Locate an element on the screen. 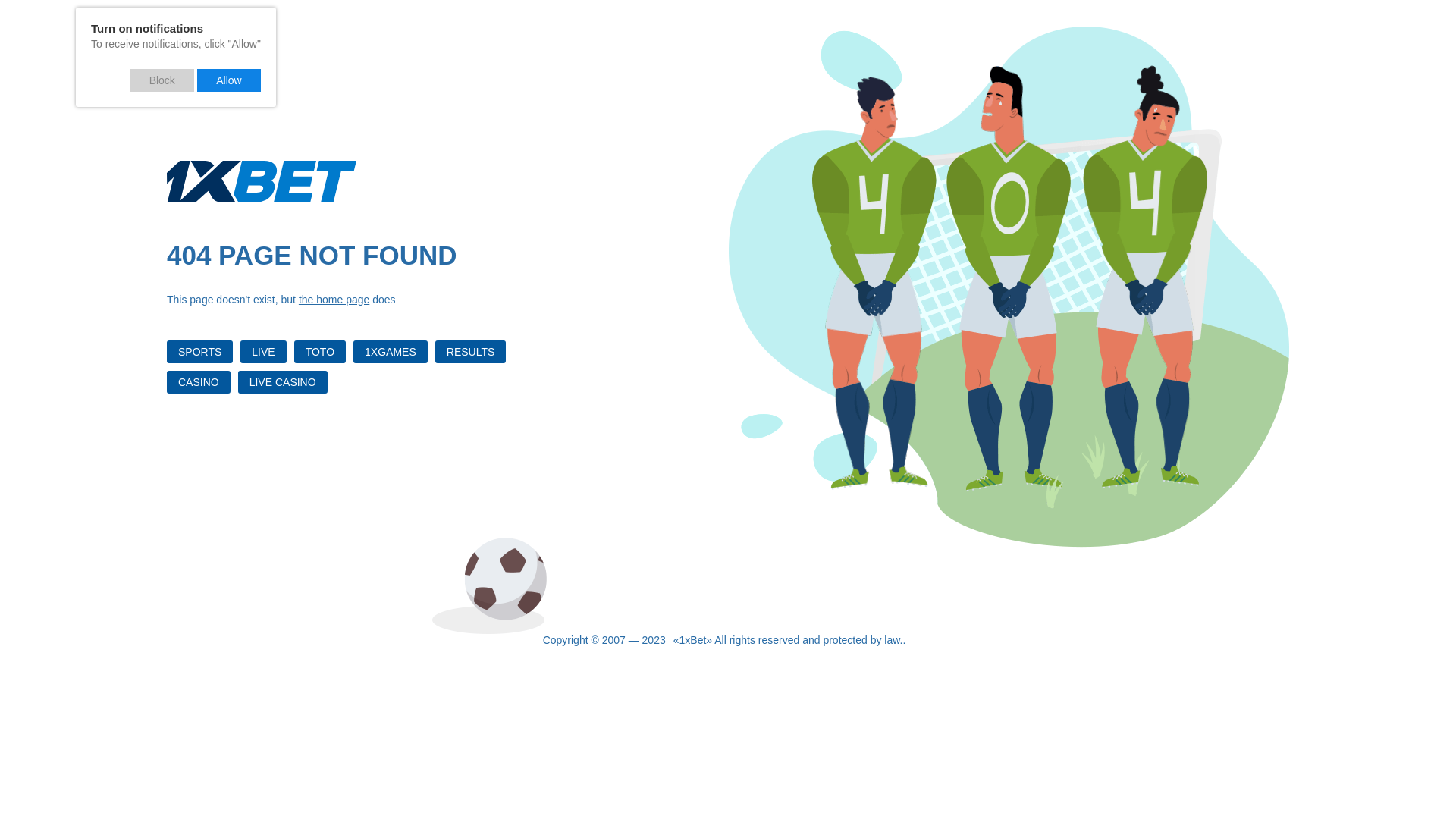  'the home page' is located at coordinates (298, 299).